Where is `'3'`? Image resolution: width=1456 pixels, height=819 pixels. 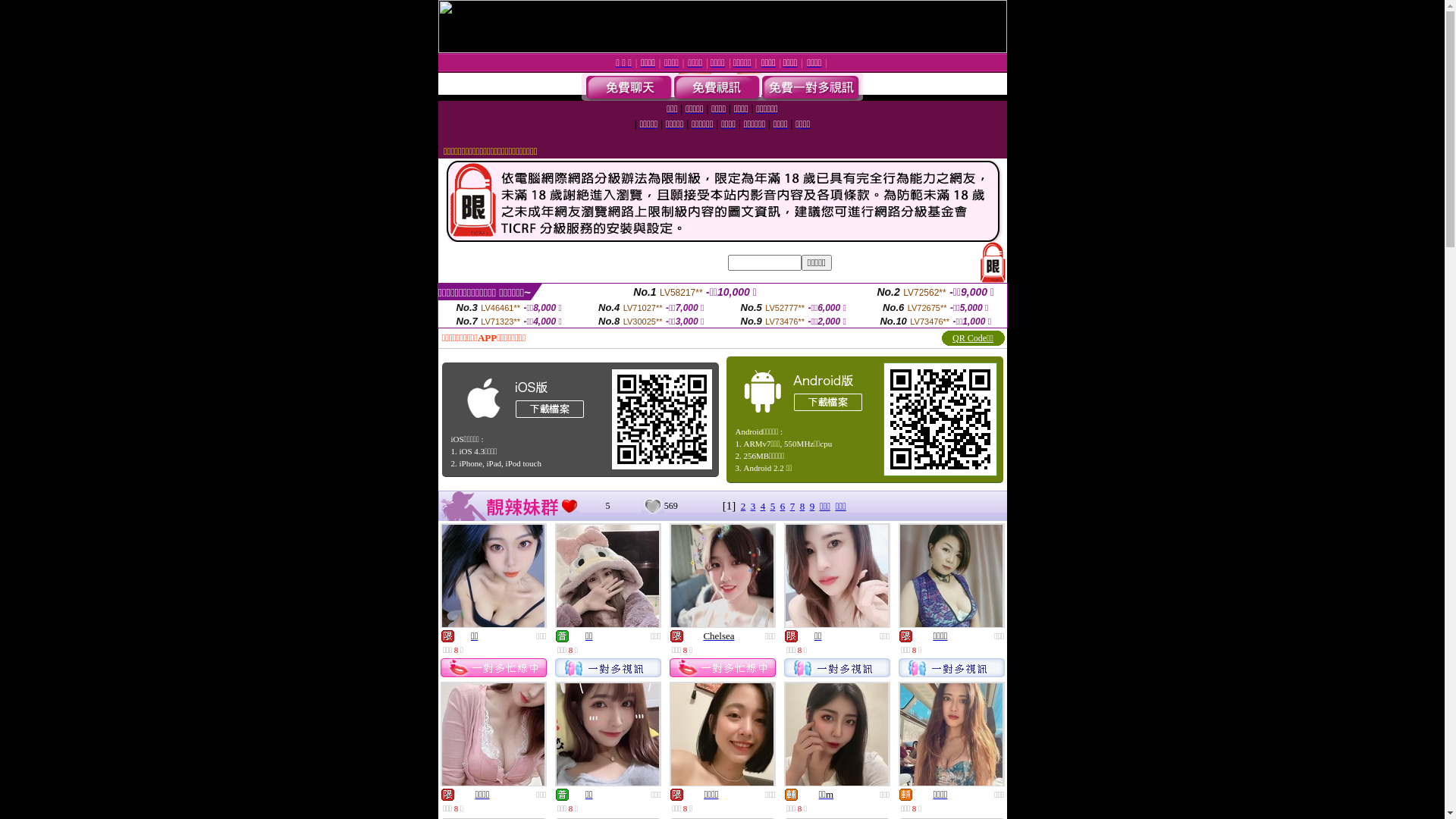
'3' is located at coordinates (753, 506).